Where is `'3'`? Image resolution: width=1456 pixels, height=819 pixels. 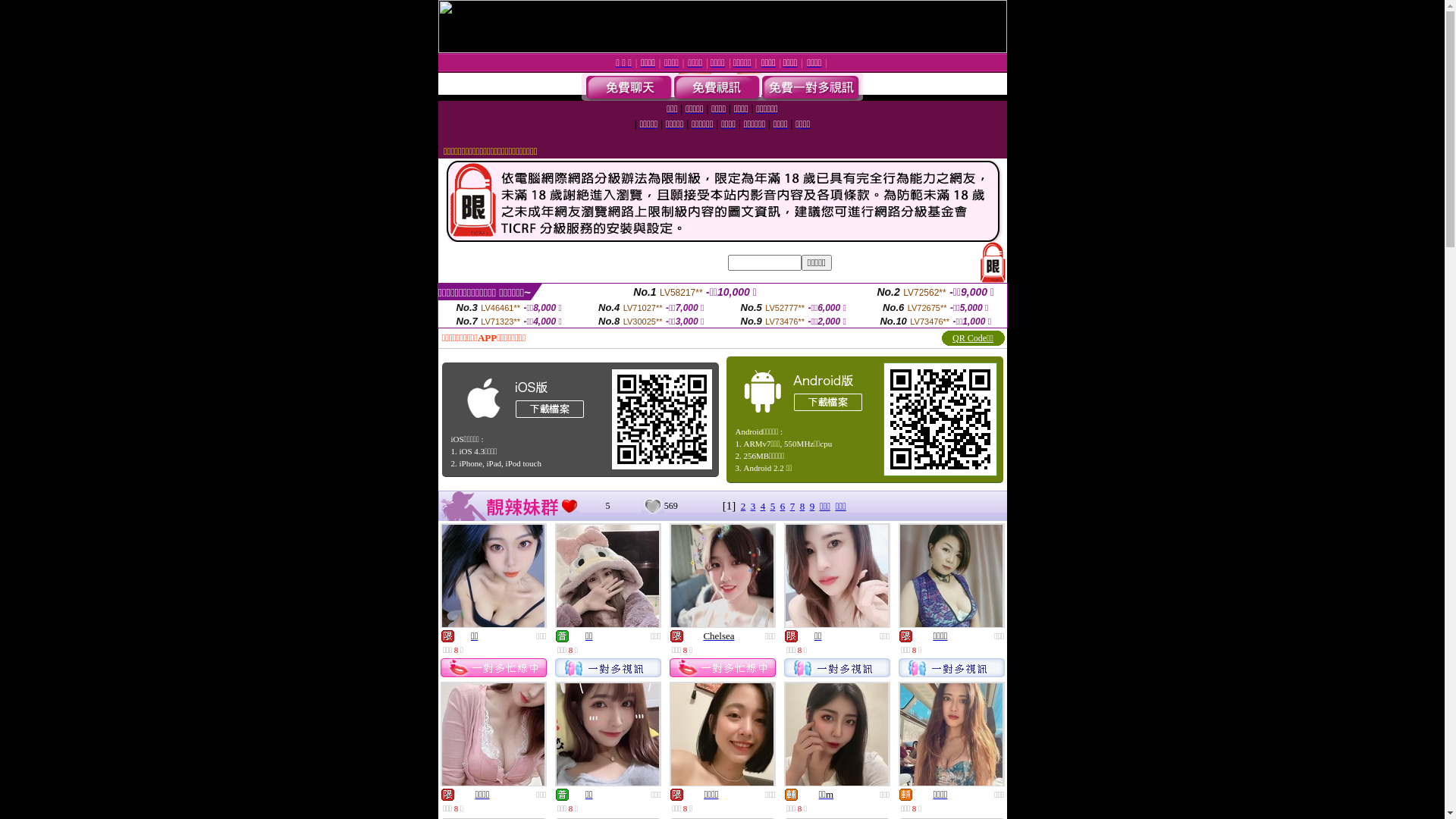
'3' is located at coordinates (753, 506).